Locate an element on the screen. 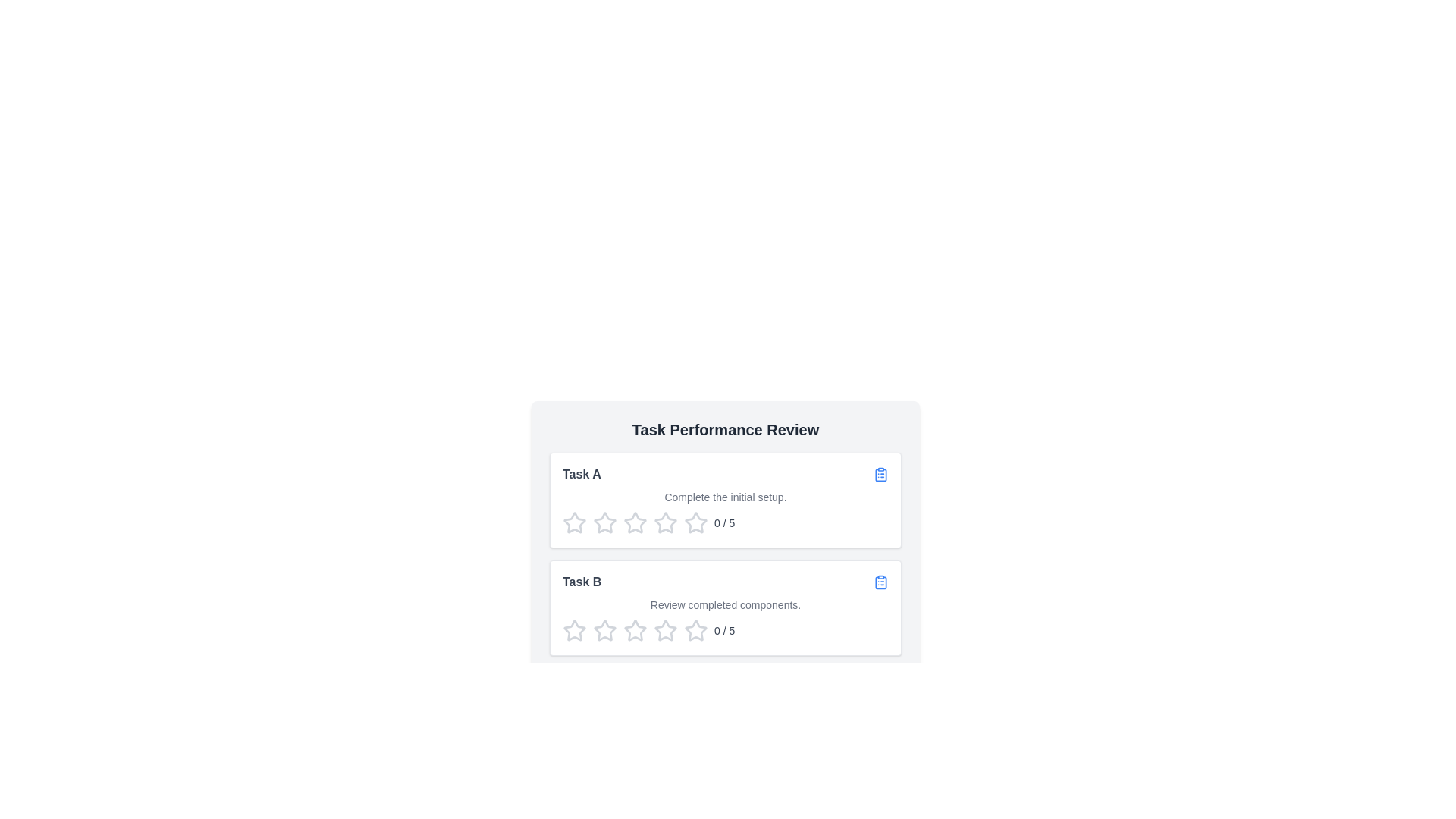 This screenshot has width=1456, height=819. the fifth star in the 5-star rating system within the 'Task A' section of the 'Task Performance Review' interface is located at coordinates (695, 522).